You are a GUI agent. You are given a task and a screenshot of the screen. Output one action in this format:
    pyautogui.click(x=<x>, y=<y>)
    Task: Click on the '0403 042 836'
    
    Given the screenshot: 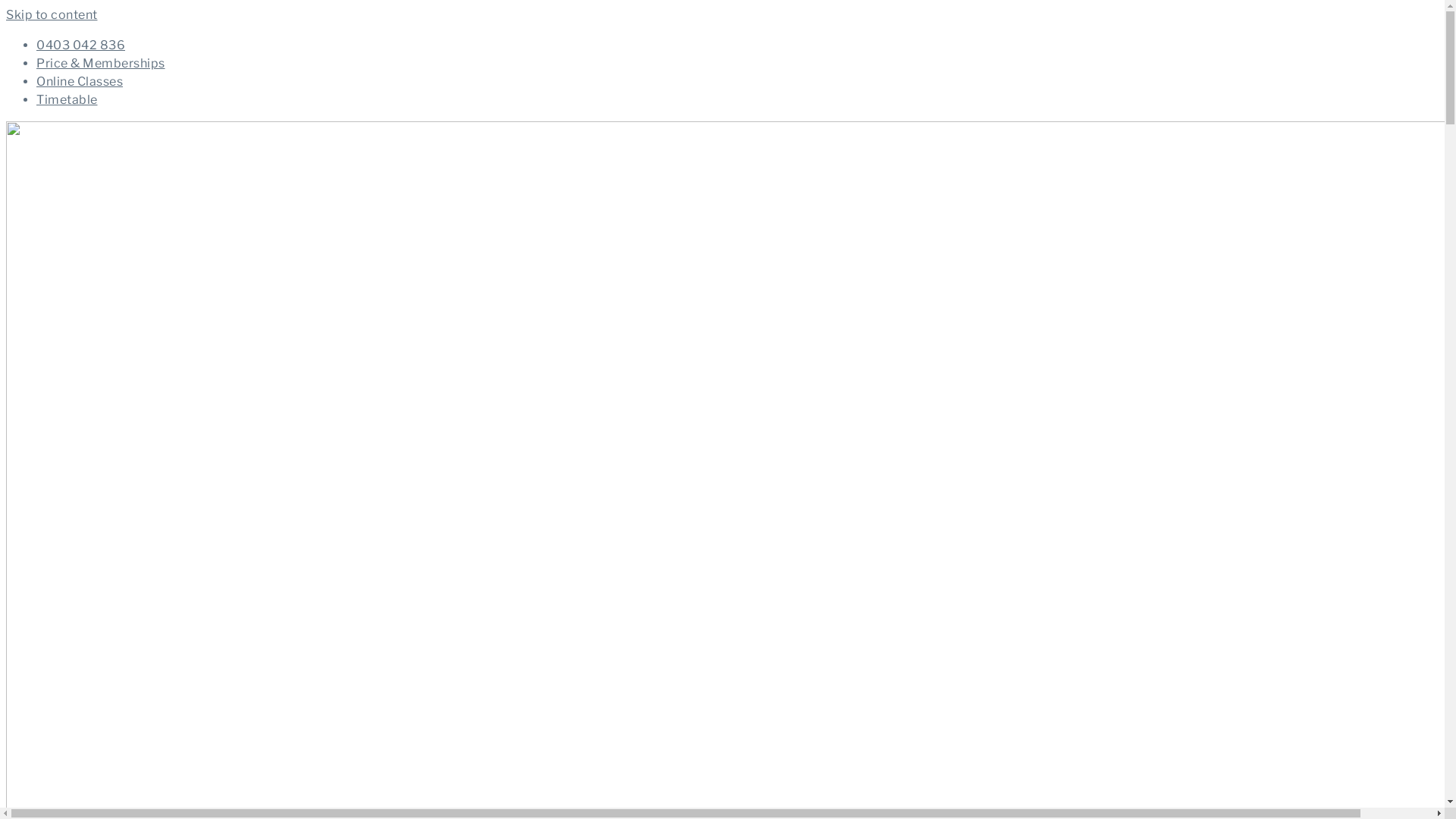 What is the action you would take?
    pyautogui.click(x=80, y=44)
    